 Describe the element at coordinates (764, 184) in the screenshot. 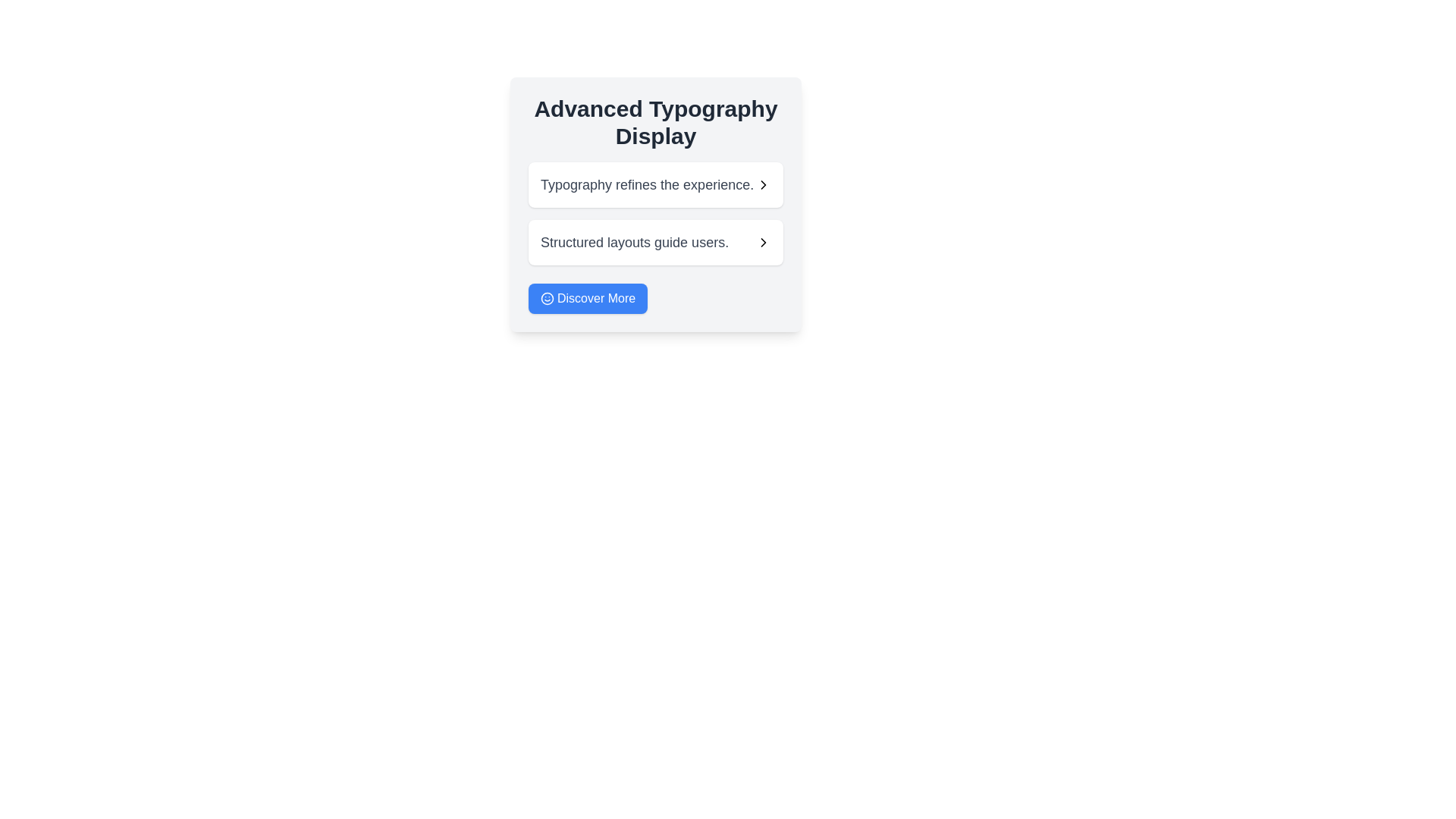

I see `the rightward arrow icon located immediately to the right of the text 'Typography refines the experience.'` at that location.